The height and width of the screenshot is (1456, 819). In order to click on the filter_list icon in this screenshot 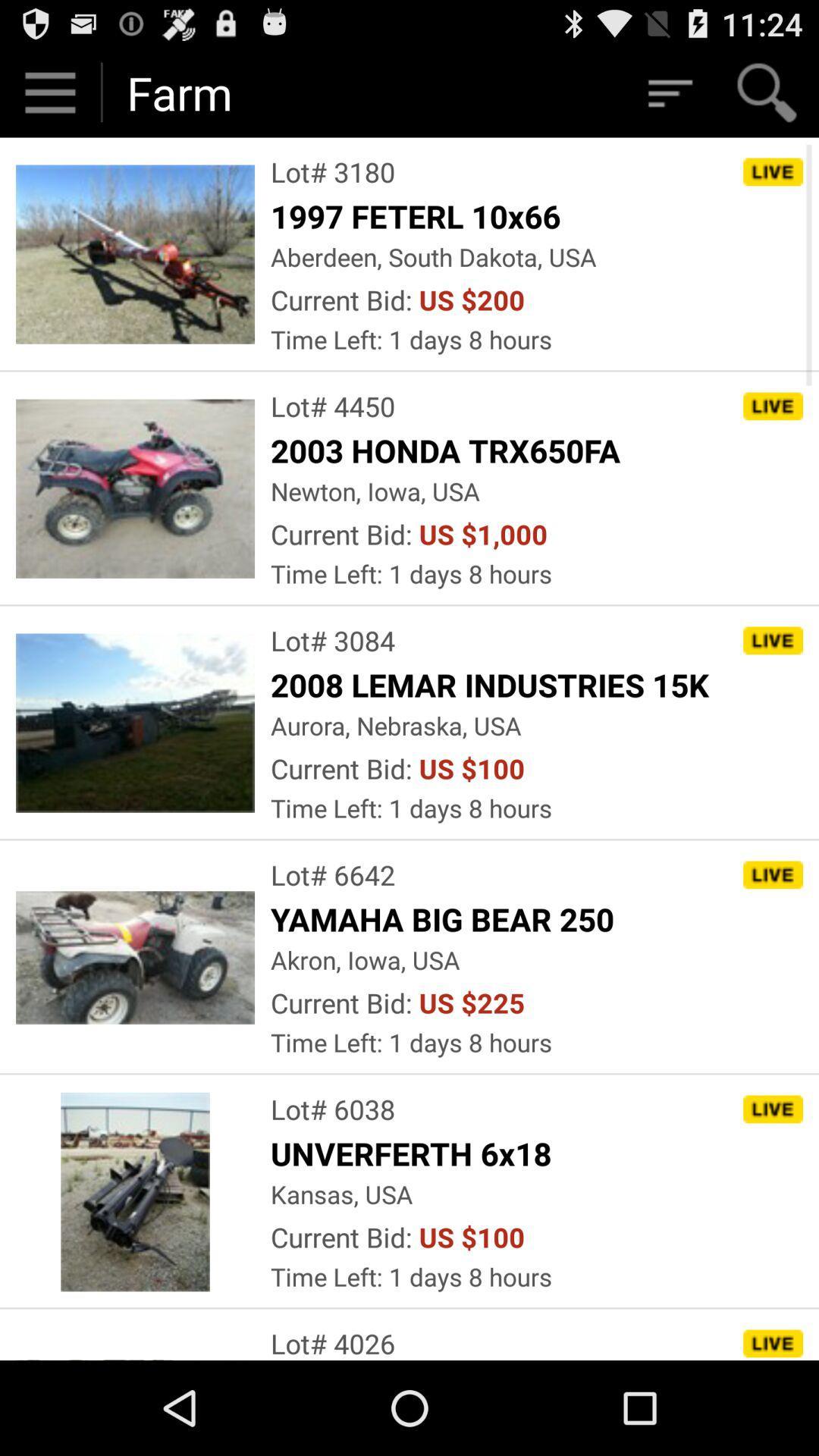, I will do `click(668, 98)`.